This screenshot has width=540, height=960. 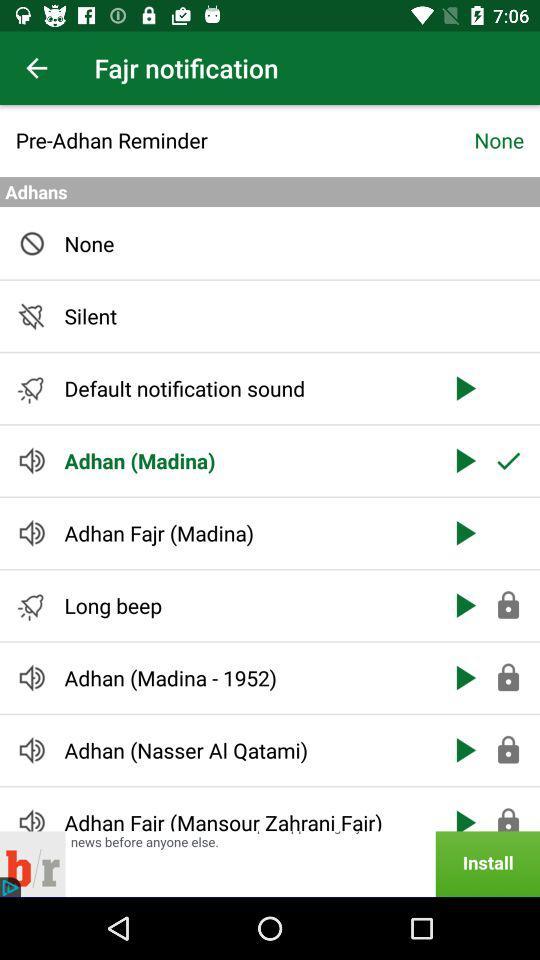 I want to click on default notification sound item, so click(x=245, y=387).